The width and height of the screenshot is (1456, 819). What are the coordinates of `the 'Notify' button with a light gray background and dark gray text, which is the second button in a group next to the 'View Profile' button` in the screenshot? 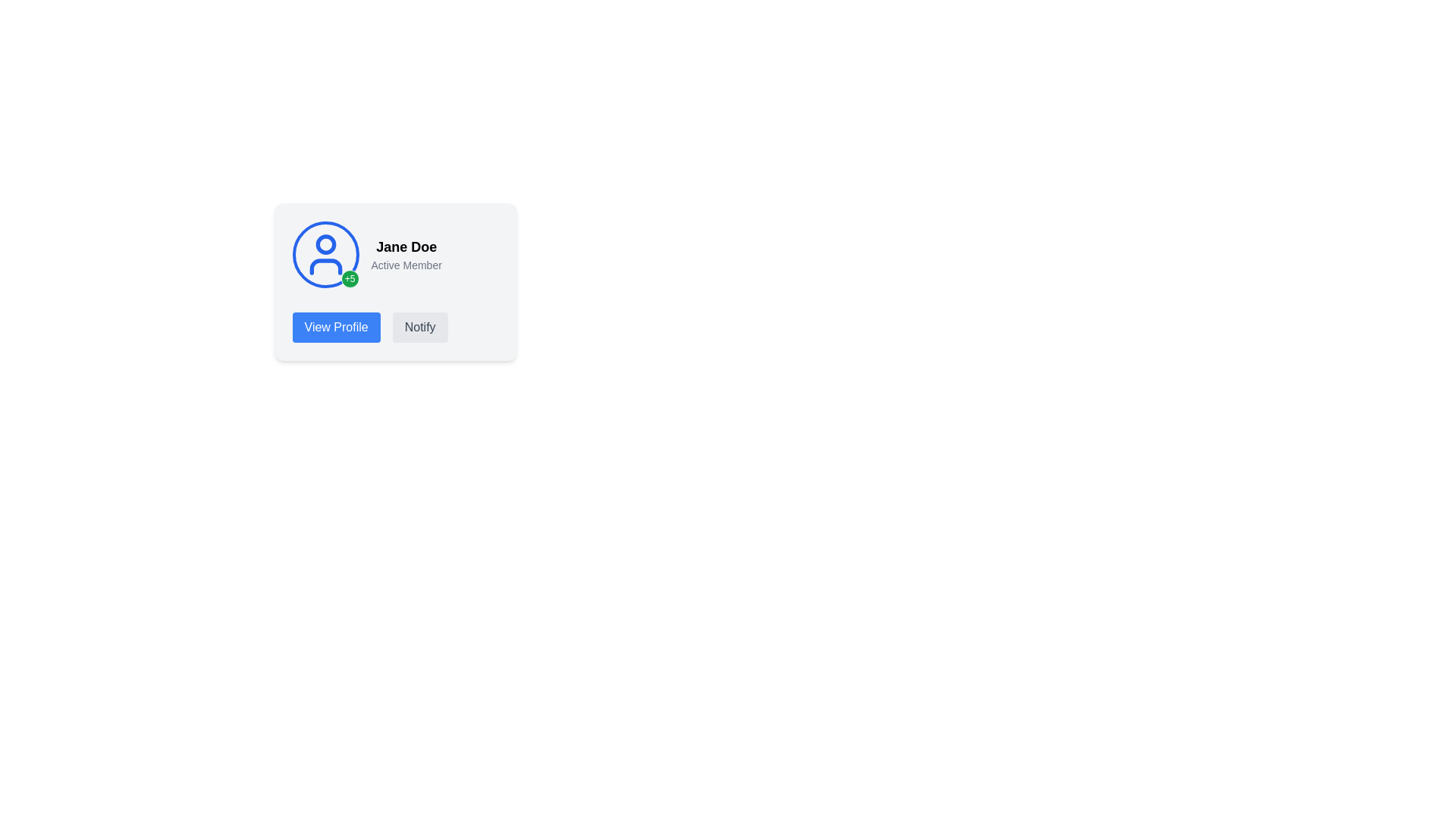 It's located at (420, 327).